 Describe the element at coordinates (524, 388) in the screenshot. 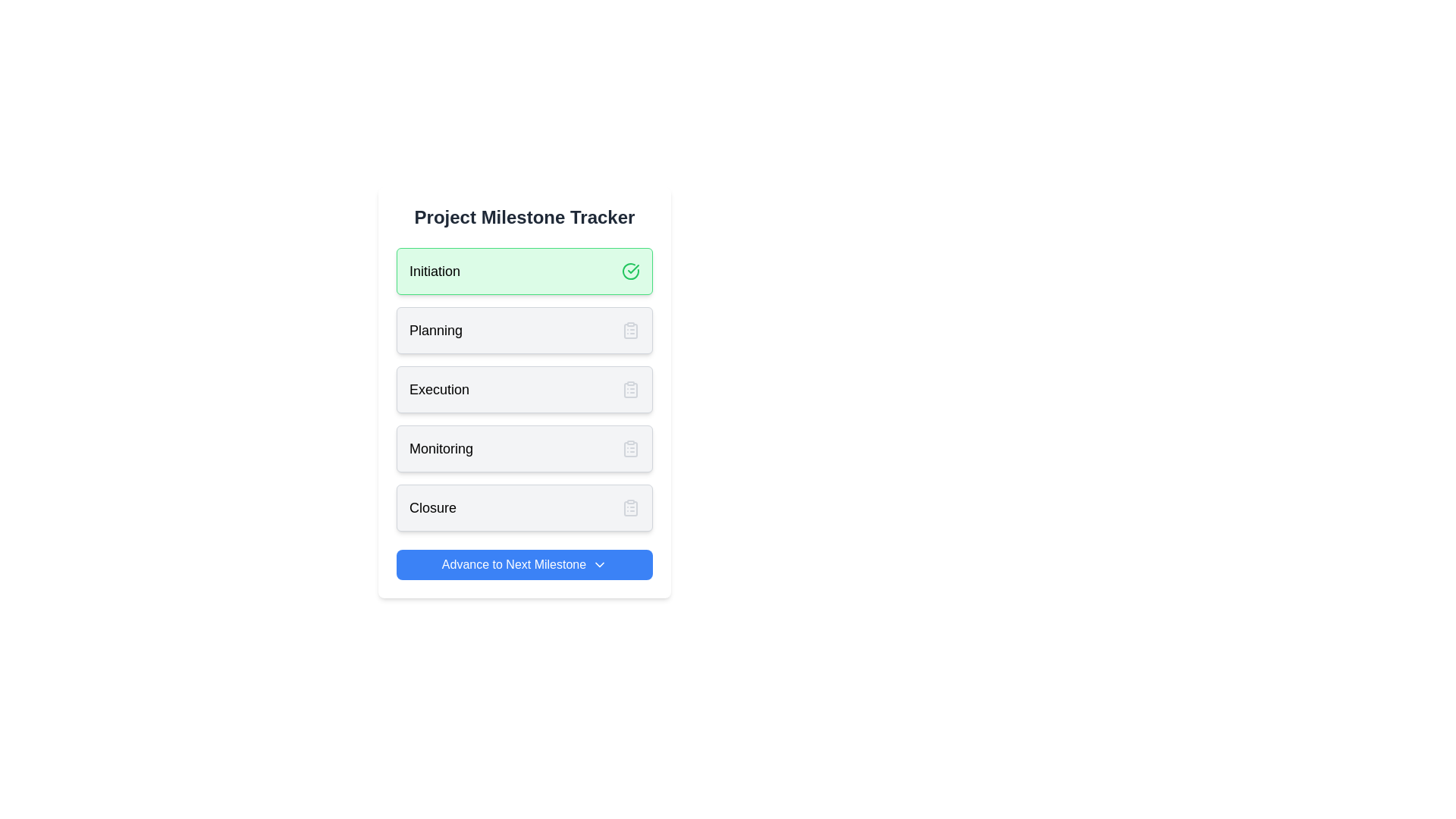

I see `the milestone 'Execution'` at that location.